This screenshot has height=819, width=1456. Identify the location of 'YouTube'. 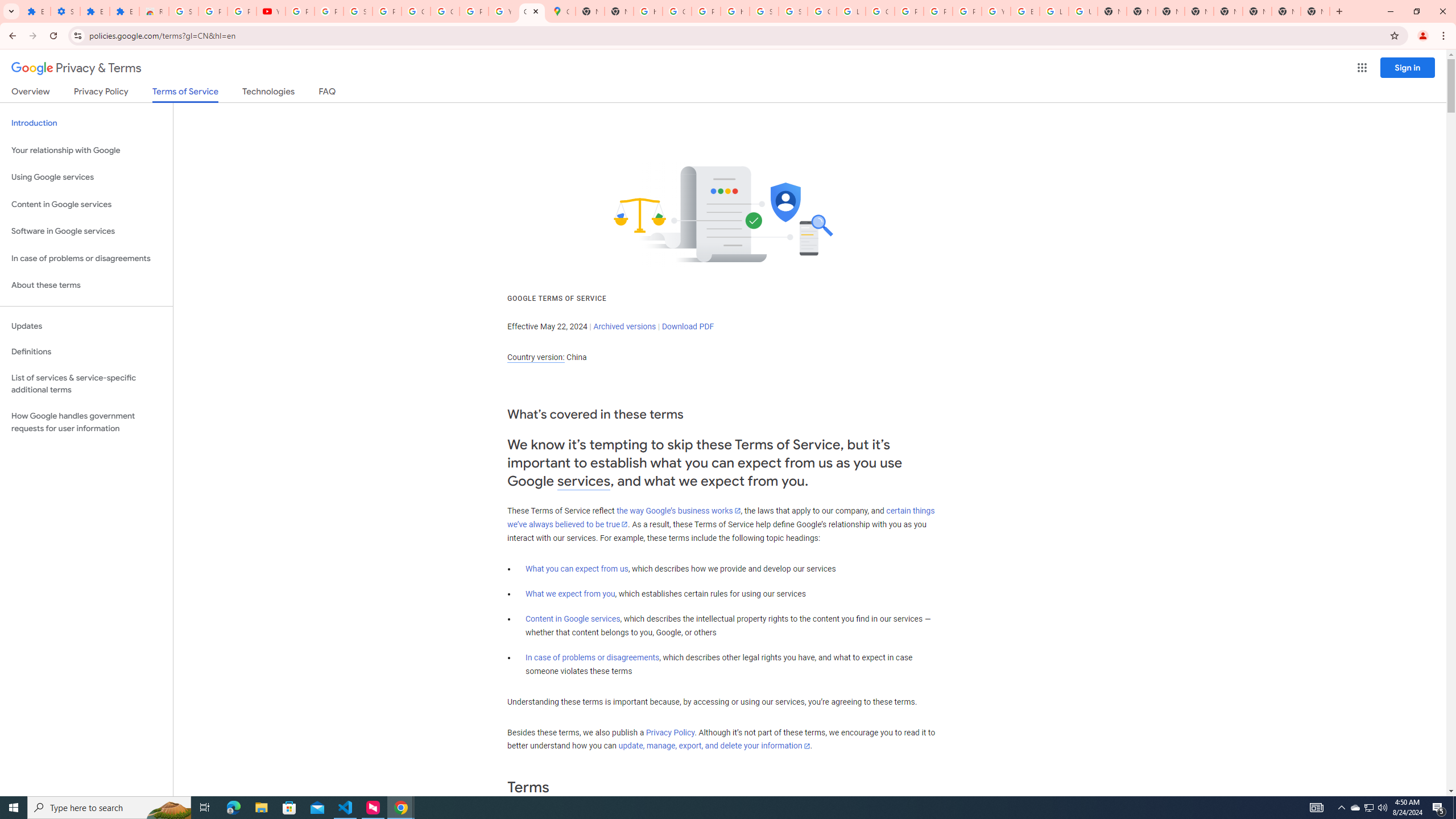
(271, 11).